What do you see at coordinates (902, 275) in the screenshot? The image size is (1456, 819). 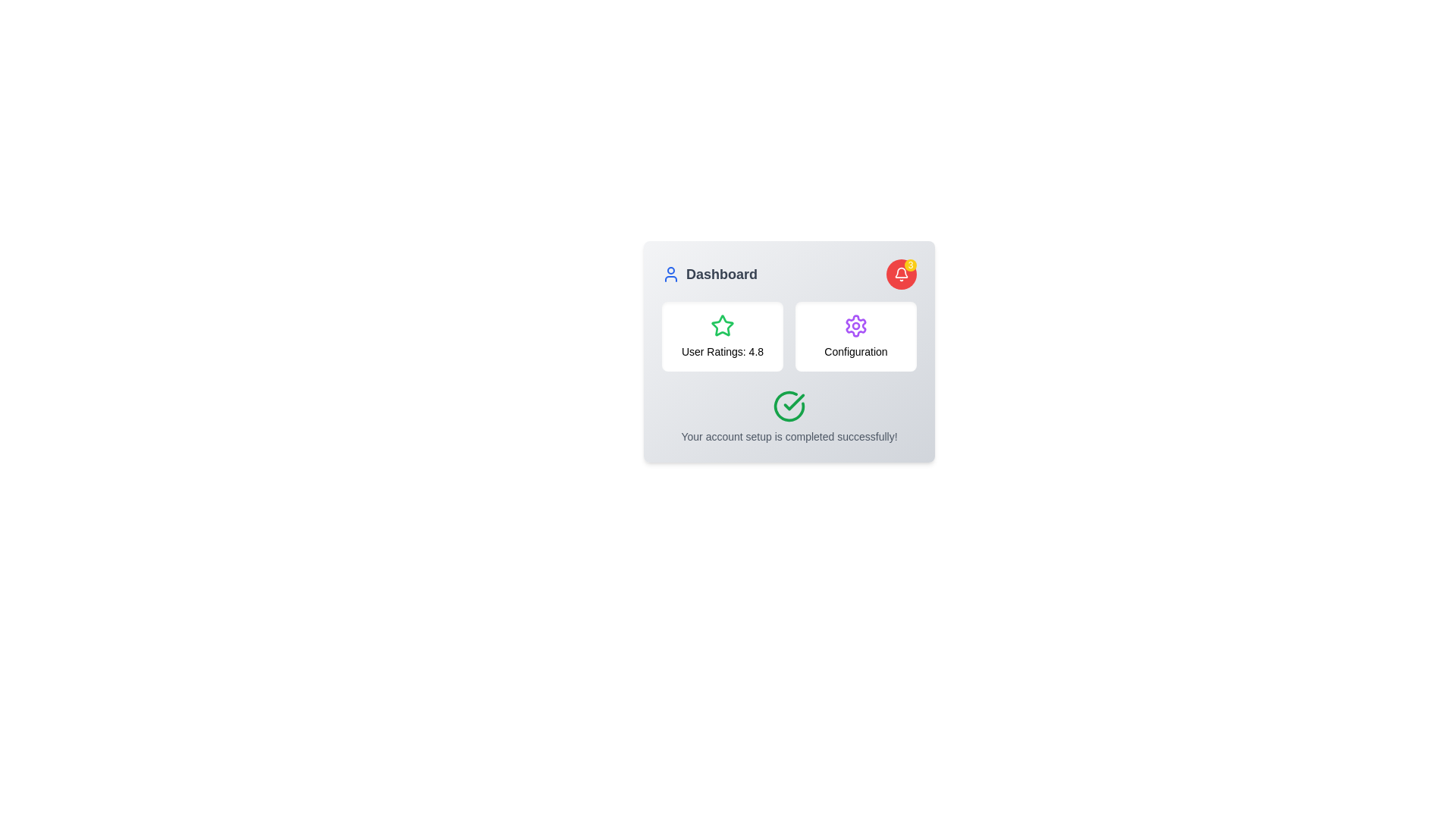 I see `the Notification Indicator at the top-right corner of the header` at bounding box center [902, 275].